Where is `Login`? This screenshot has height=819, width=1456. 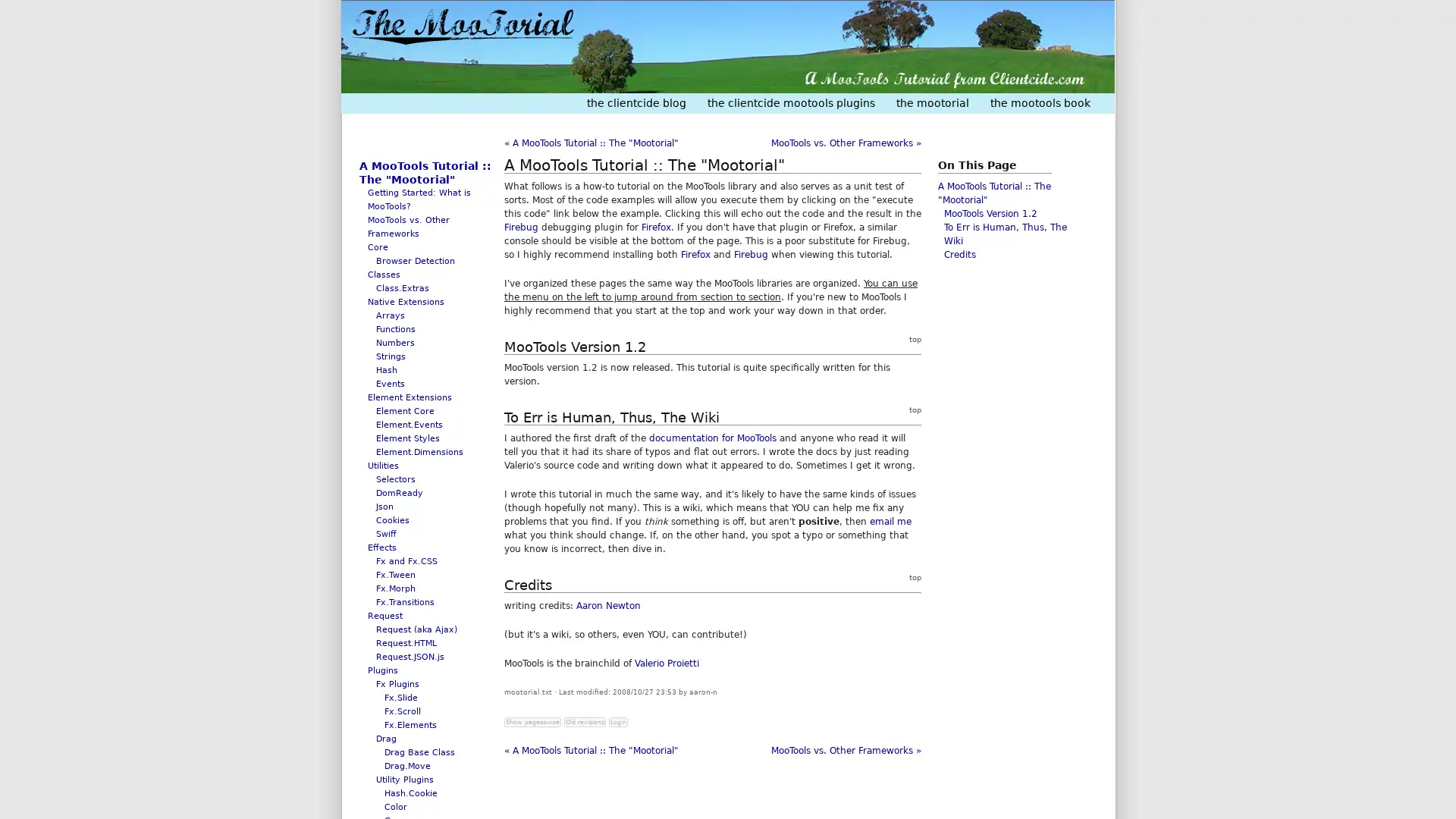
Login is located at coordinates (618, 721).